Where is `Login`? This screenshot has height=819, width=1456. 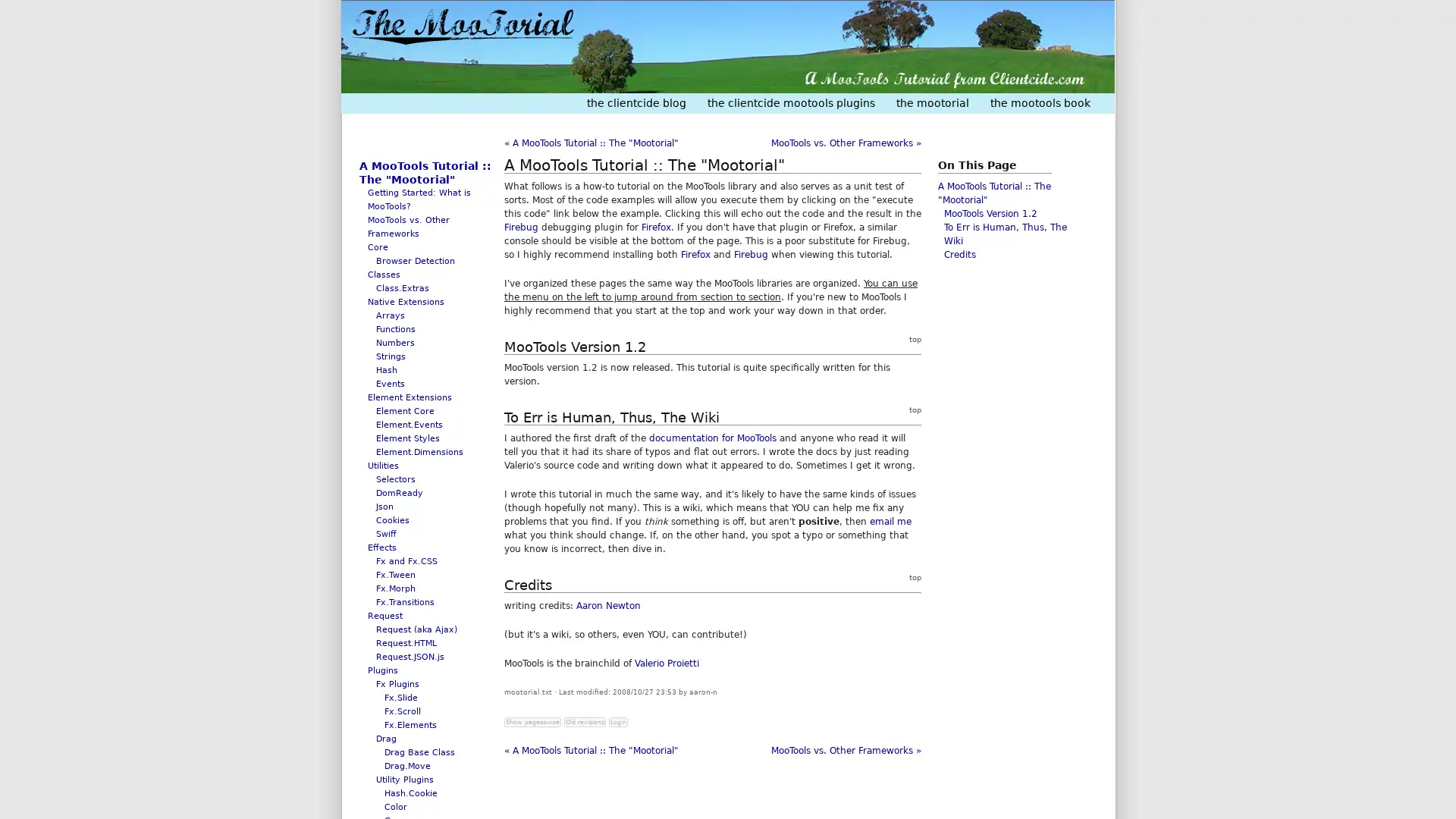
Login is located at coordinates (618, 721).